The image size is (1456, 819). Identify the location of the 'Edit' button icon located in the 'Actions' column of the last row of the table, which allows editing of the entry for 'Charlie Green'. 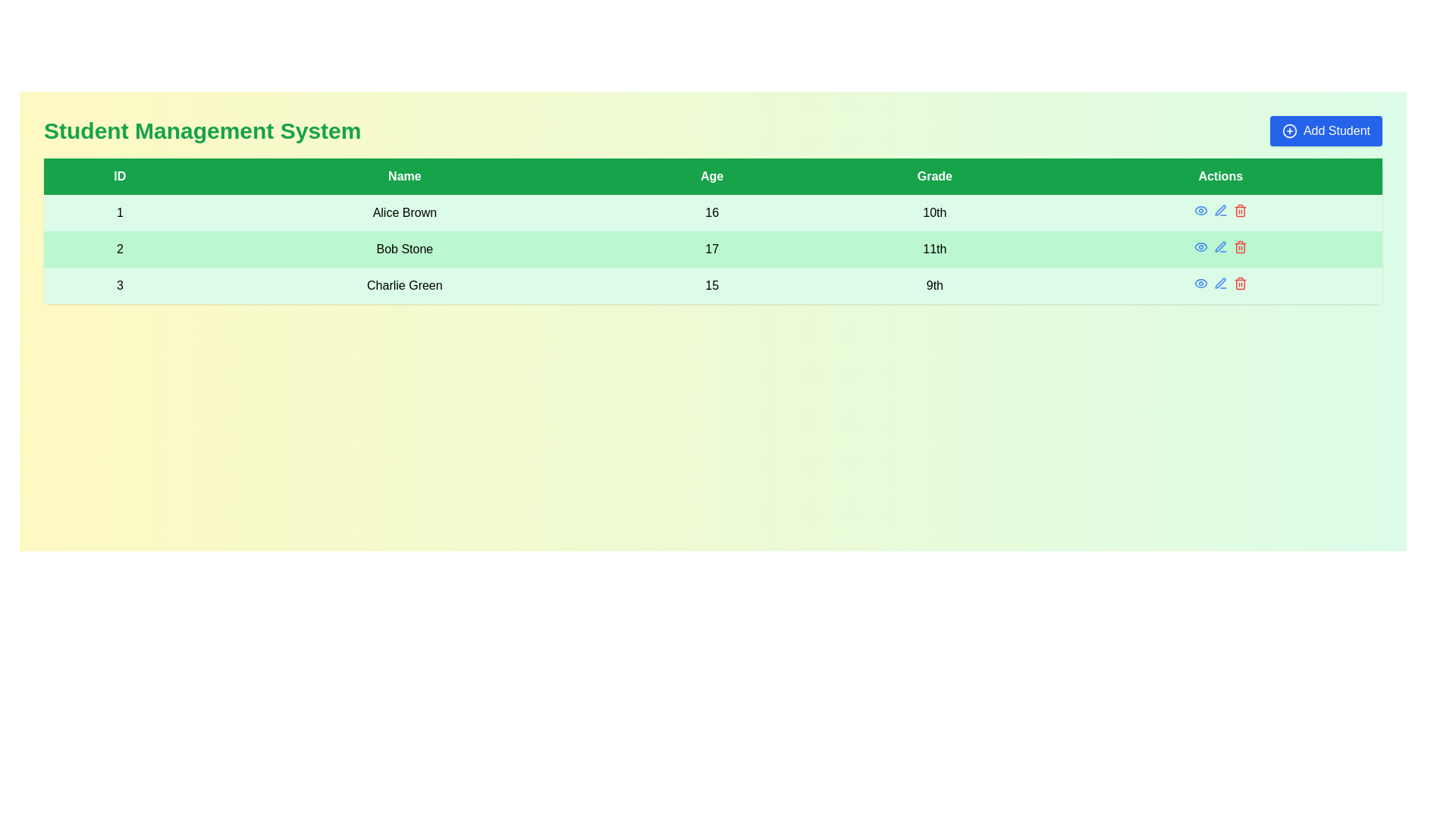
(1220, 284).